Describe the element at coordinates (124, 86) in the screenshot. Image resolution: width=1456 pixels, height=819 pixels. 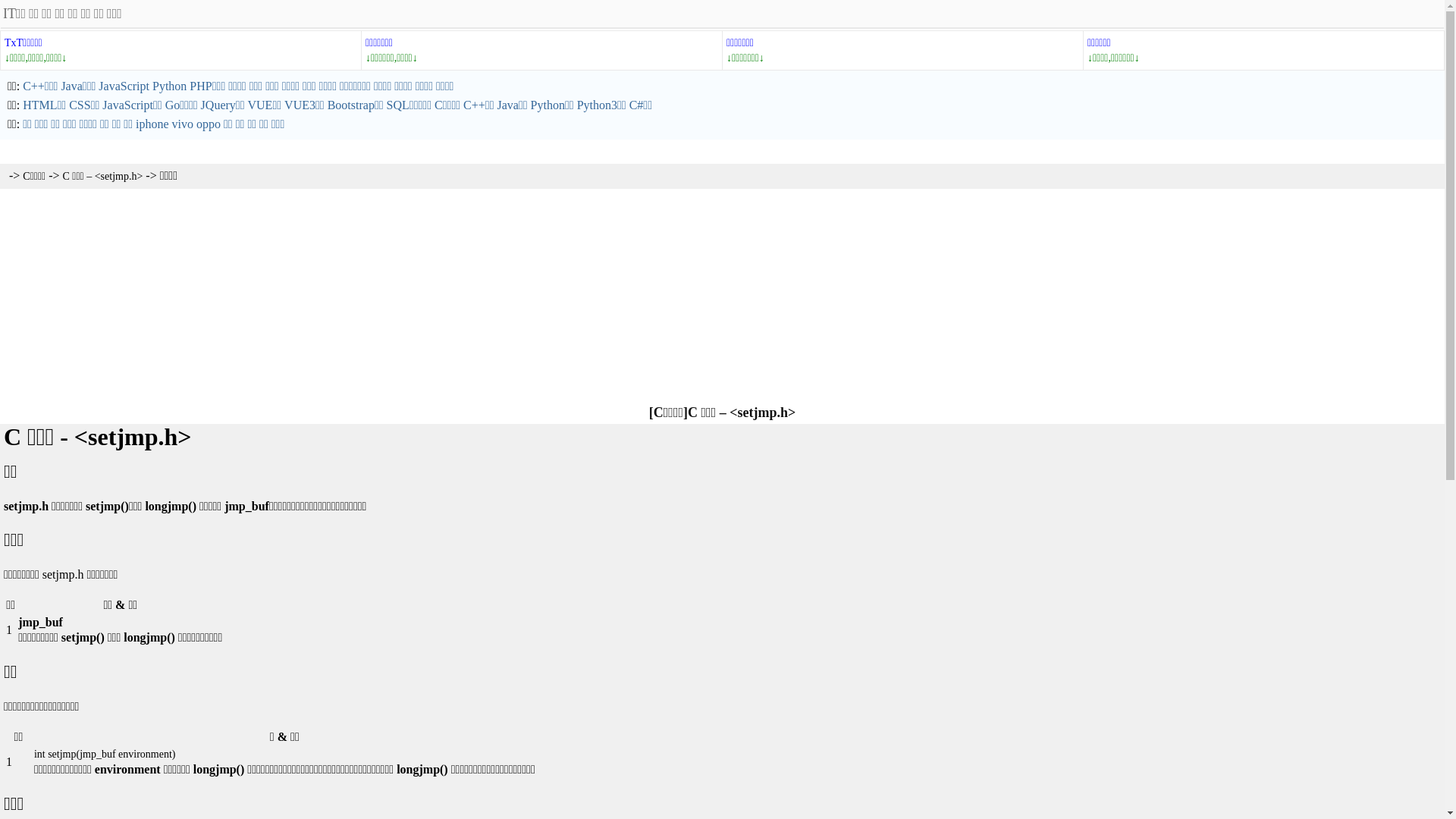
I see `'JavaScript'` at that location.